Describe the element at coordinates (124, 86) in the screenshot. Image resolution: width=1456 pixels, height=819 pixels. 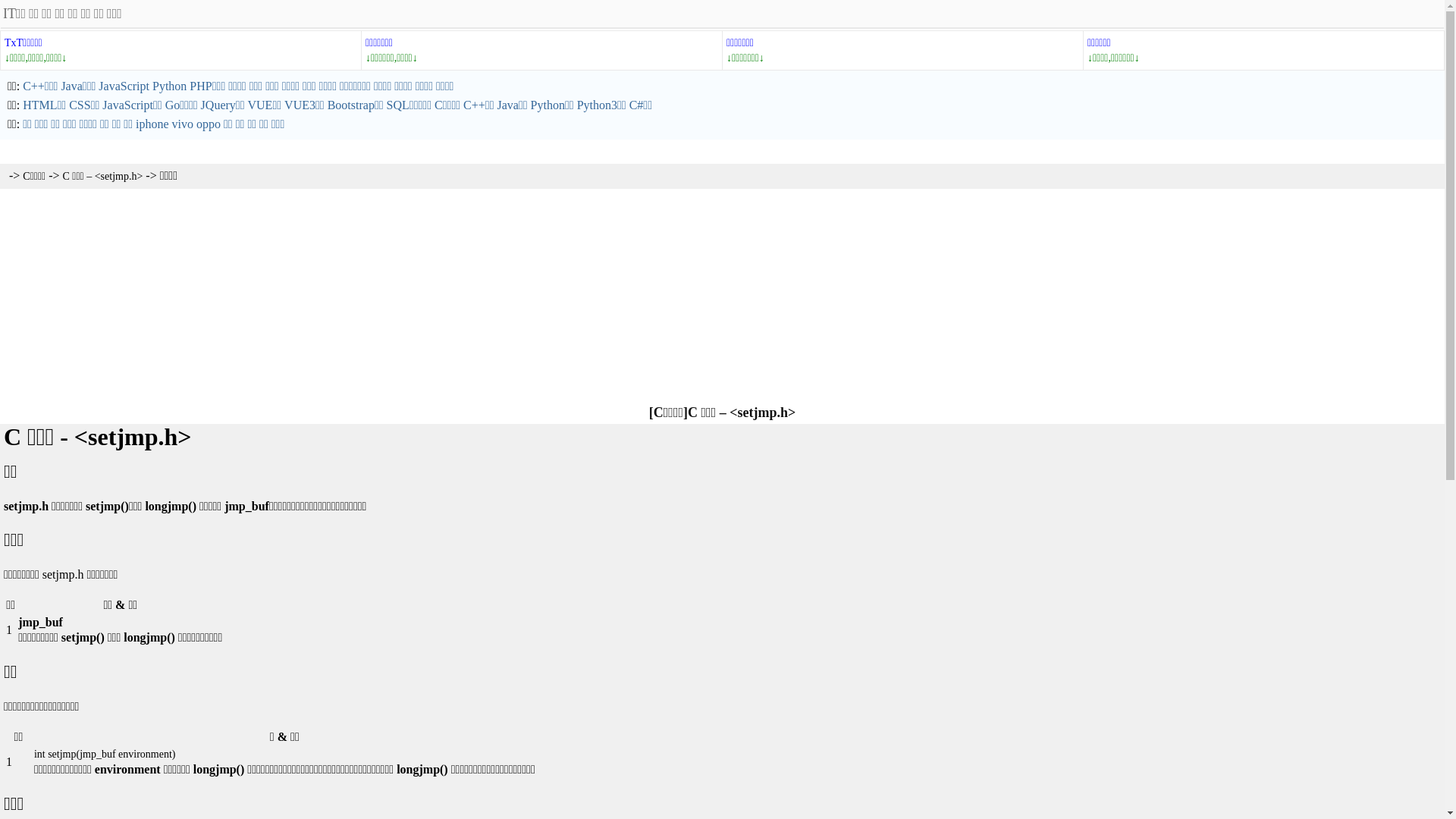
I see `'JavaScript'` at that location.